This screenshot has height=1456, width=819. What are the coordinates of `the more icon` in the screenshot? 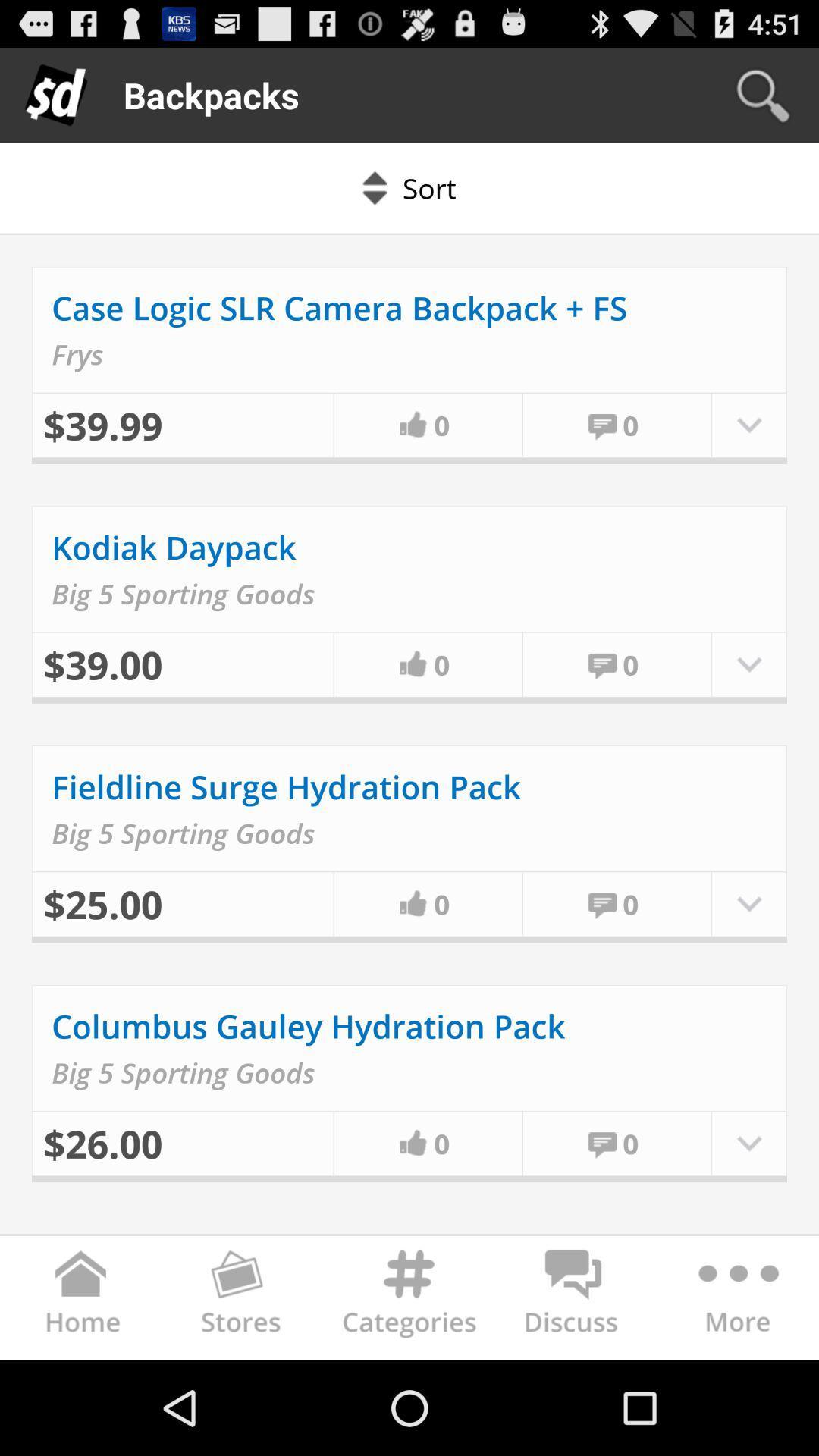 It's located at (736, 1392).